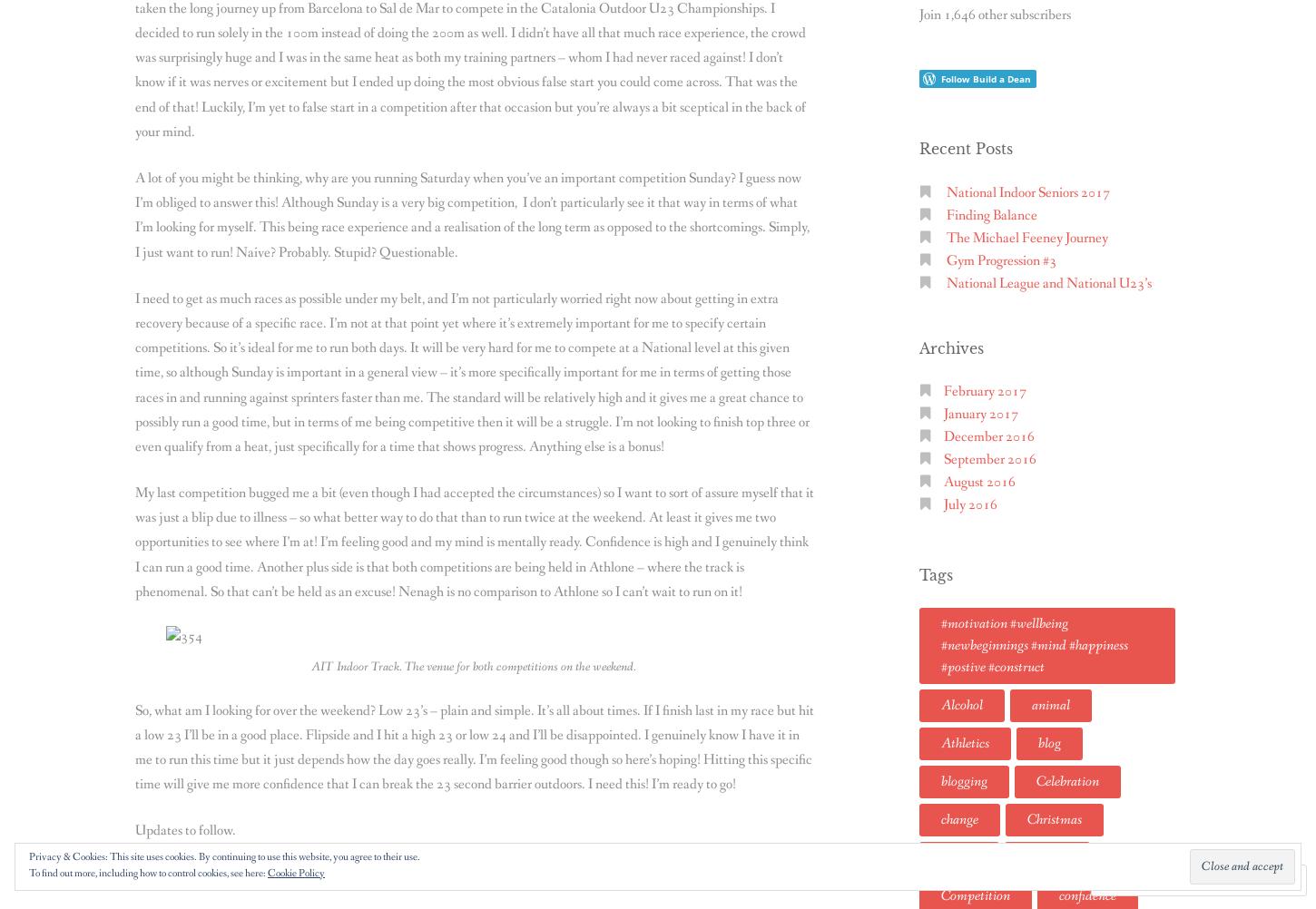  What do you see at coordinates (1223, 879) in the screenshot?
I see `'Follow'` at bounding box center [1223, 879].